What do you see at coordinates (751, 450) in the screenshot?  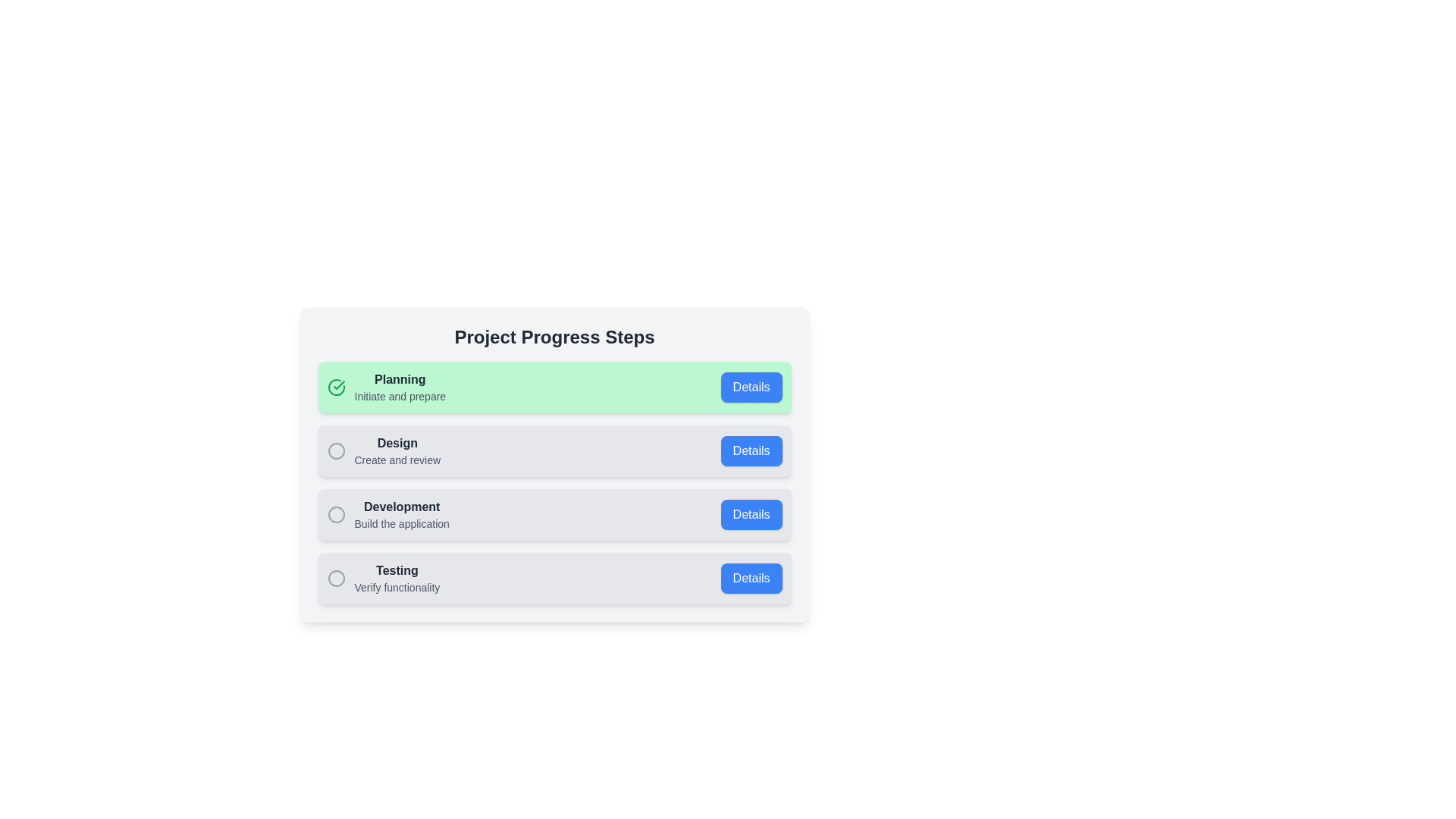 I see `'Details' button for the Design step` at bounding box center [751, 450].